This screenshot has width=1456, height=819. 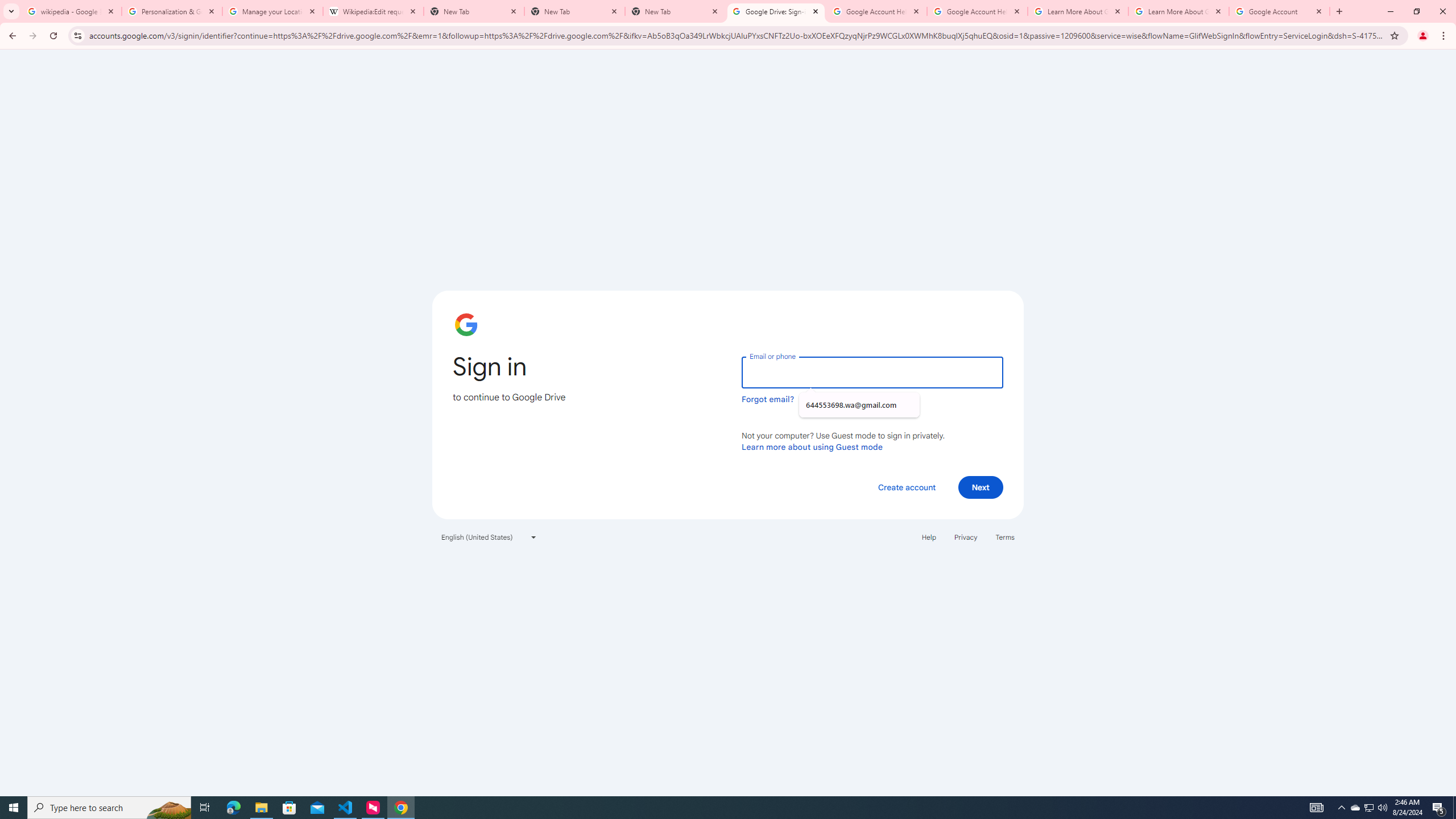 What do you see at coordinates (906, 486) in the screenshot?
I see `'Create account'` at bounding box center [906, 486].